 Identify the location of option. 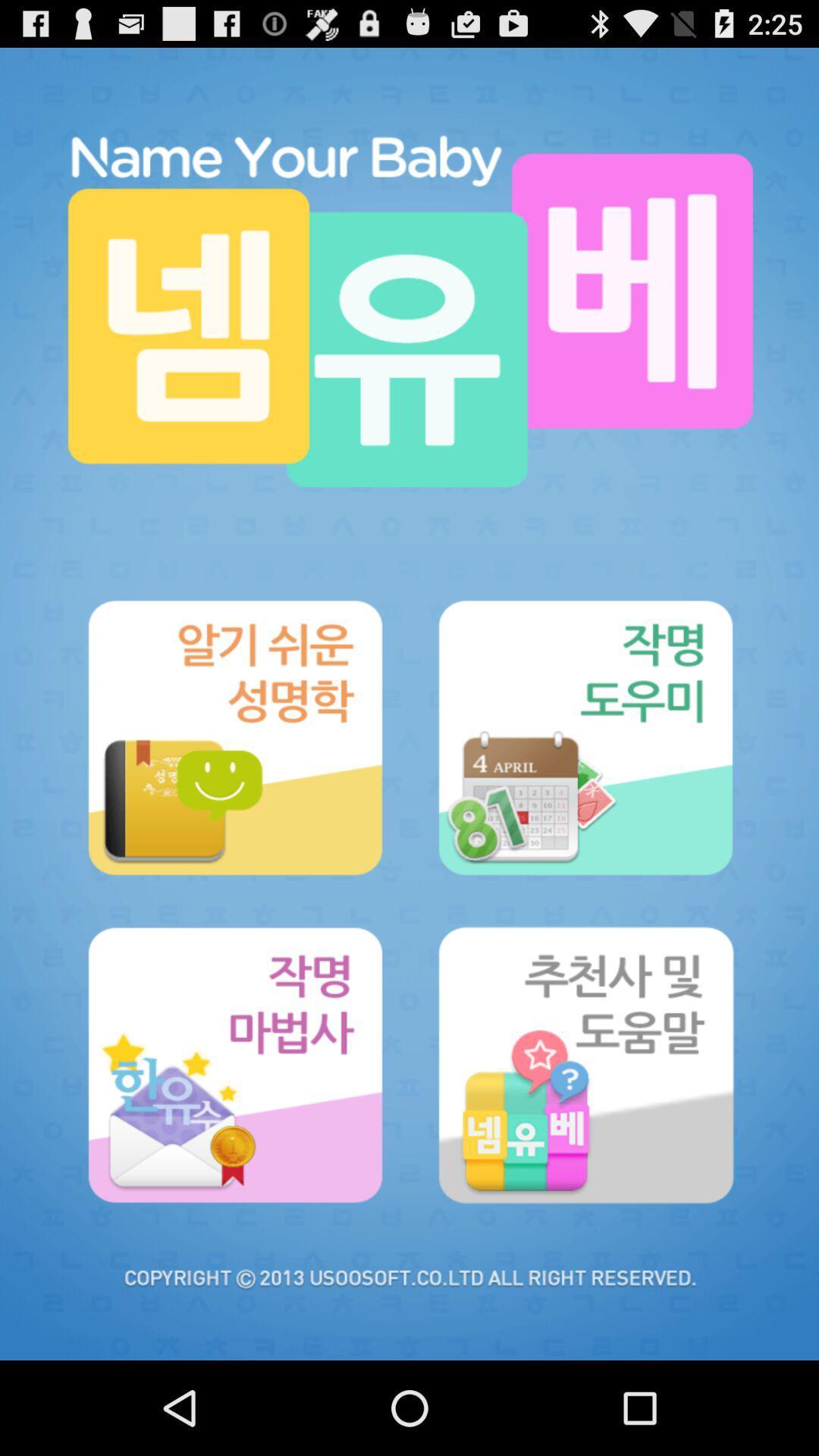
(584, 738).